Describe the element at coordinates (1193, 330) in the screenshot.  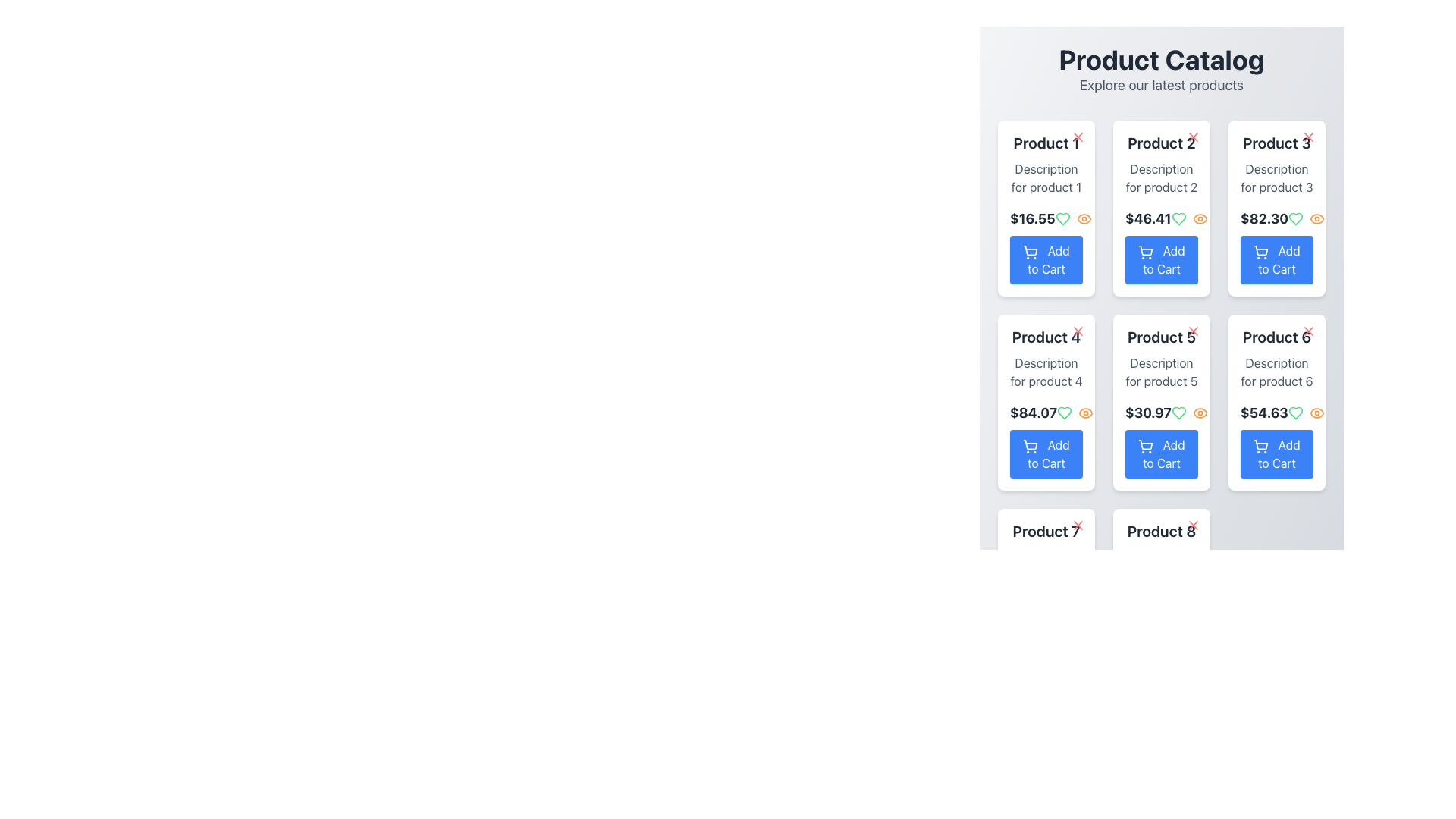
I see `the interactive button icon located at the top-right corner of the 'Product 5' card` at that location.